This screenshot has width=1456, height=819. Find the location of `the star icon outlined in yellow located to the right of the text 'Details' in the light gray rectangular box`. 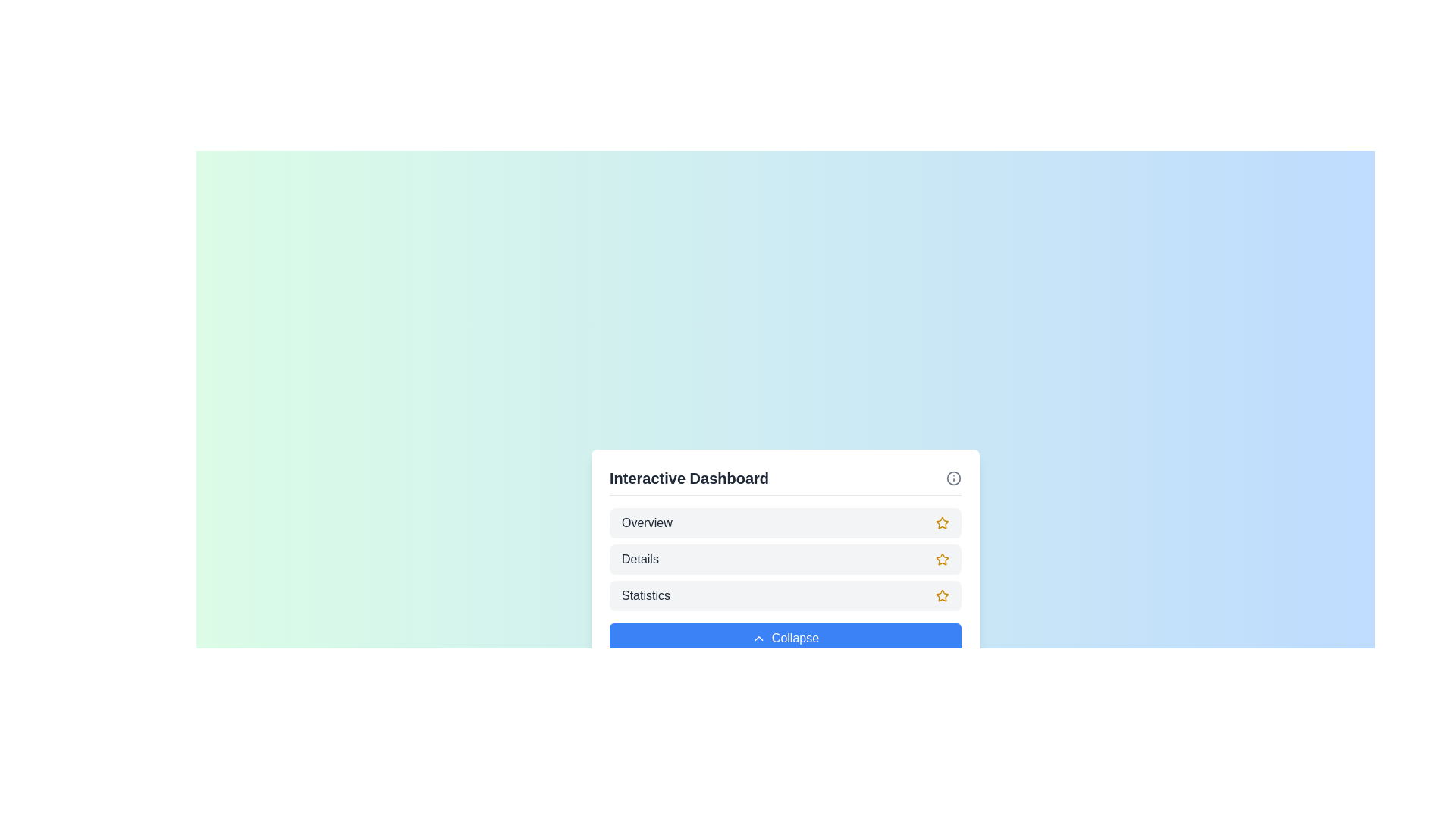

the star icon outlined in yellow located to the right of the text 'Details' in the light gray rectangular box is located at coordinates (942, 559).